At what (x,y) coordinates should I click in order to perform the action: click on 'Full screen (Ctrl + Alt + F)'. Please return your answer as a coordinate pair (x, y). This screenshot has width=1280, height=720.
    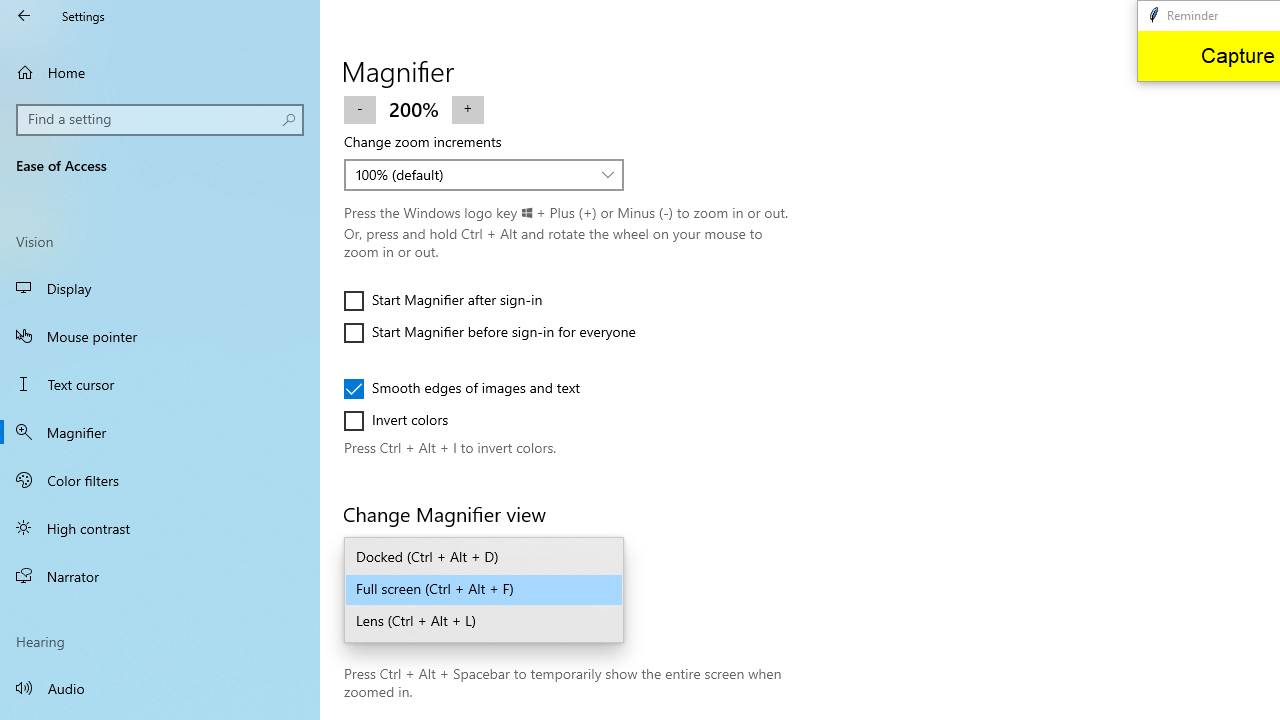
    Looking at the image, I should click on (484, 589).